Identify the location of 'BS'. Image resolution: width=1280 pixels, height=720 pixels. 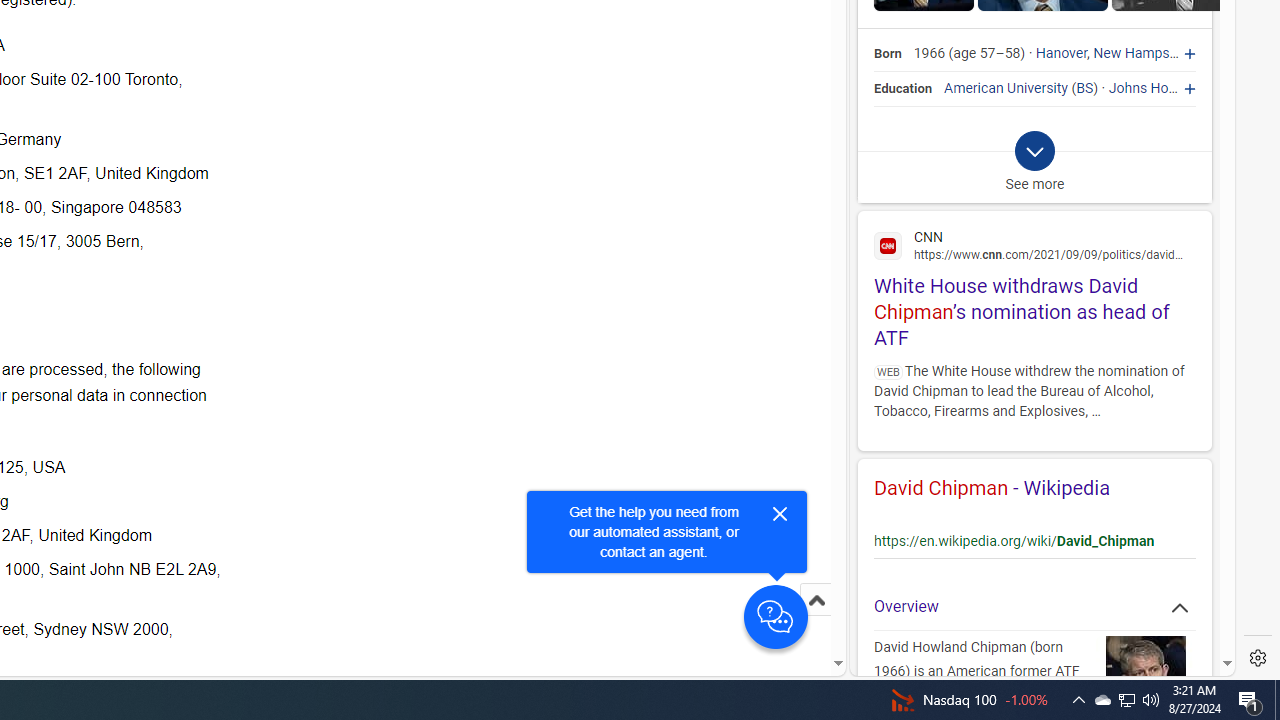
(1084, 87).